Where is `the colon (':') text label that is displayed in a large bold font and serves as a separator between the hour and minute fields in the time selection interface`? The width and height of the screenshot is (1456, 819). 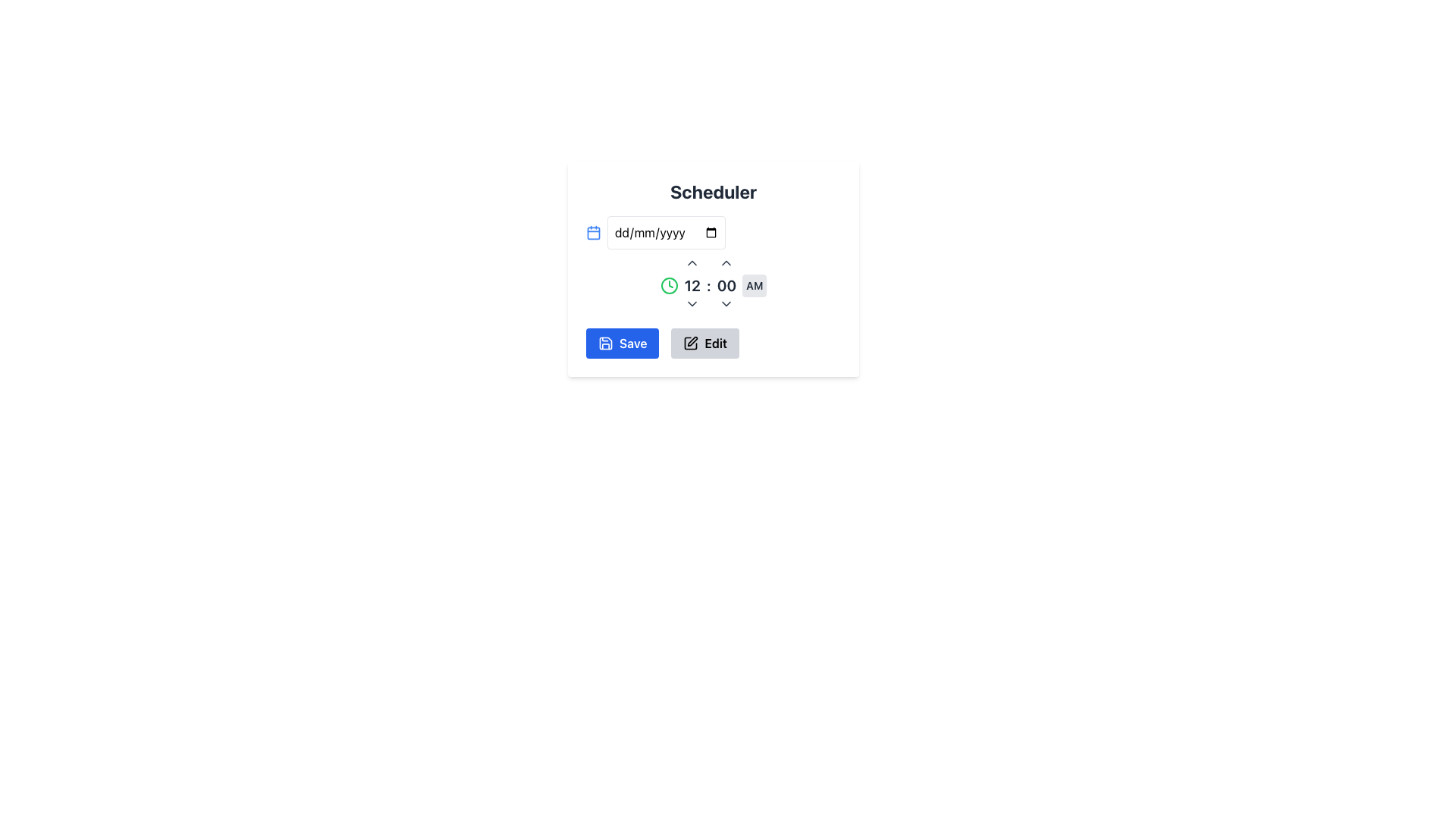
the colon (':') text label that is displayed in a large bold font and serves as a separator between the hour and minute fields in the time selection interface is located at coordinates (708, 286).